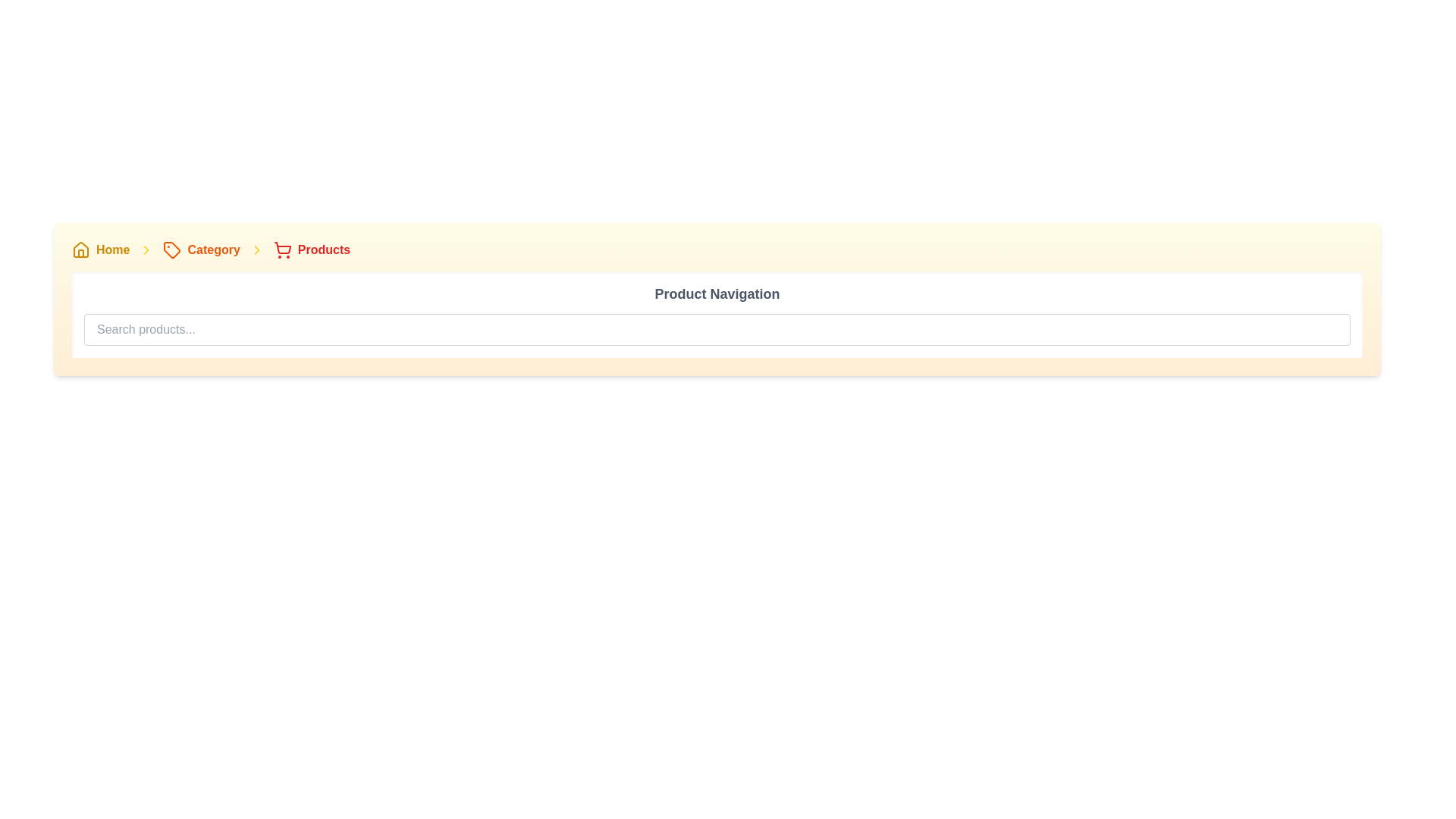  I want to click on text 'Category' from the breadcrumb navigation bar, which is styled in orange and bold, located between a tag icon and the 'Products' breadcrumb item, so click(213, 249).